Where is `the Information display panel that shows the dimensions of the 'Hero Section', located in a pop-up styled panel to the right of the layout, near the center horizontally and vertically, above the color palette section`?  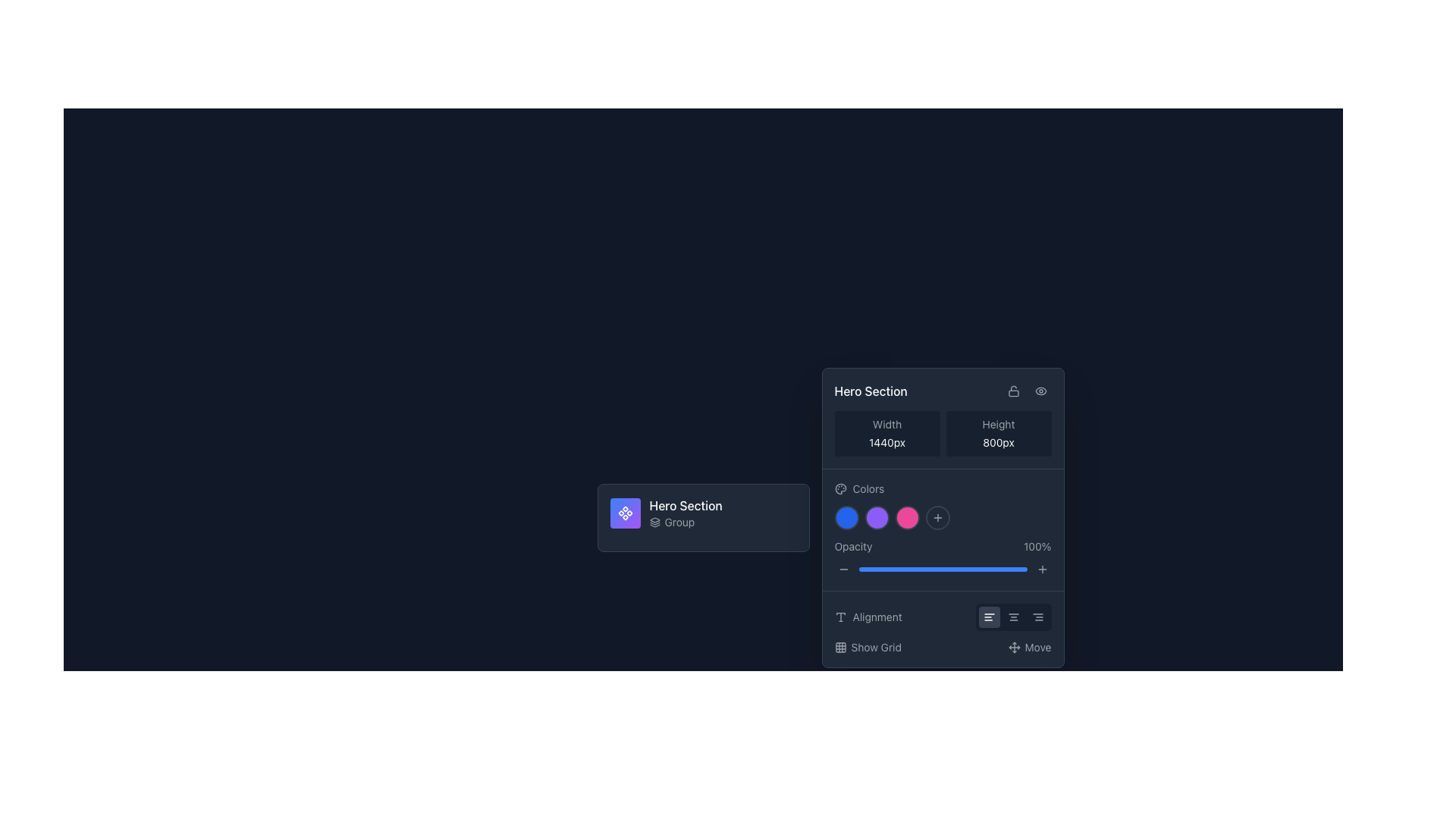
the Information display panel that shows the dimensions of the 'Hero Section', located in a pop-up styled panel to the right of the layout, near the center horizontally and vertically, above the color palette section is located at coordinates (942, 419).